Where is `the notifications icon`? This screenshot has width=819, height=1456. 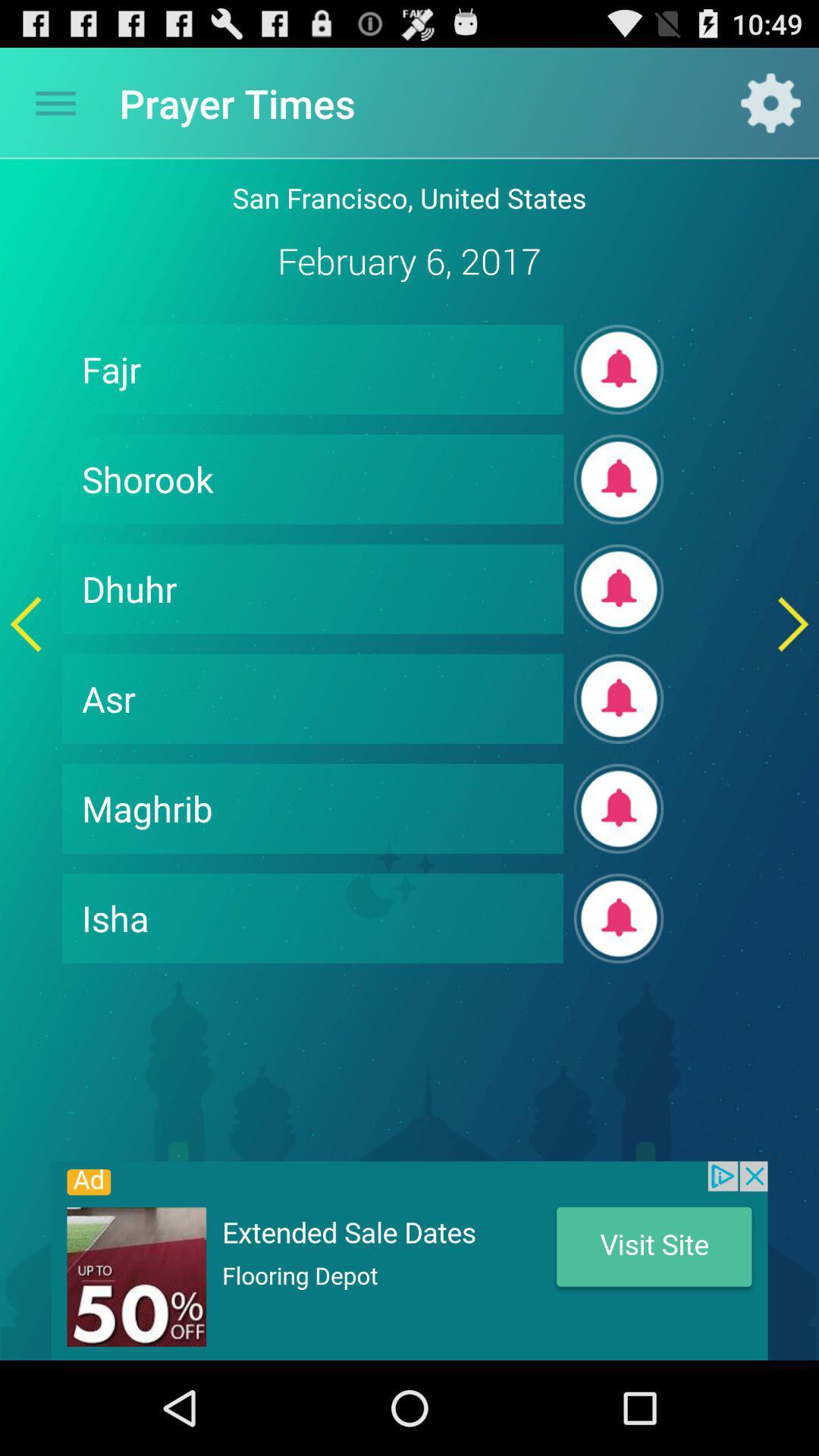 the notifications icon is located at coordinates (619, 513).